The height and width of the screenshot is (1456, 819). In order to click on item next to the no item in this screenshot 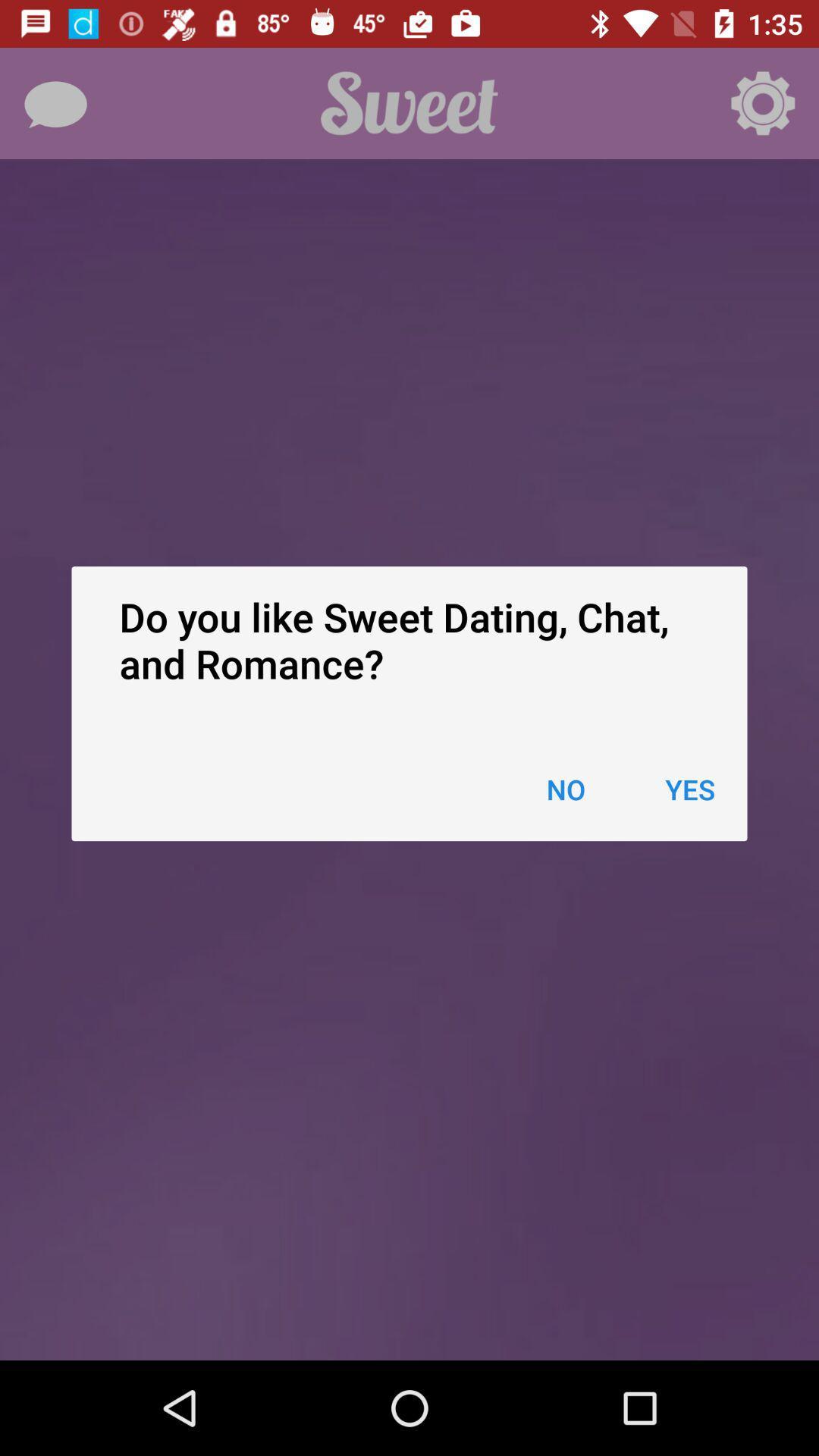, I will do `click(690, 789)`.